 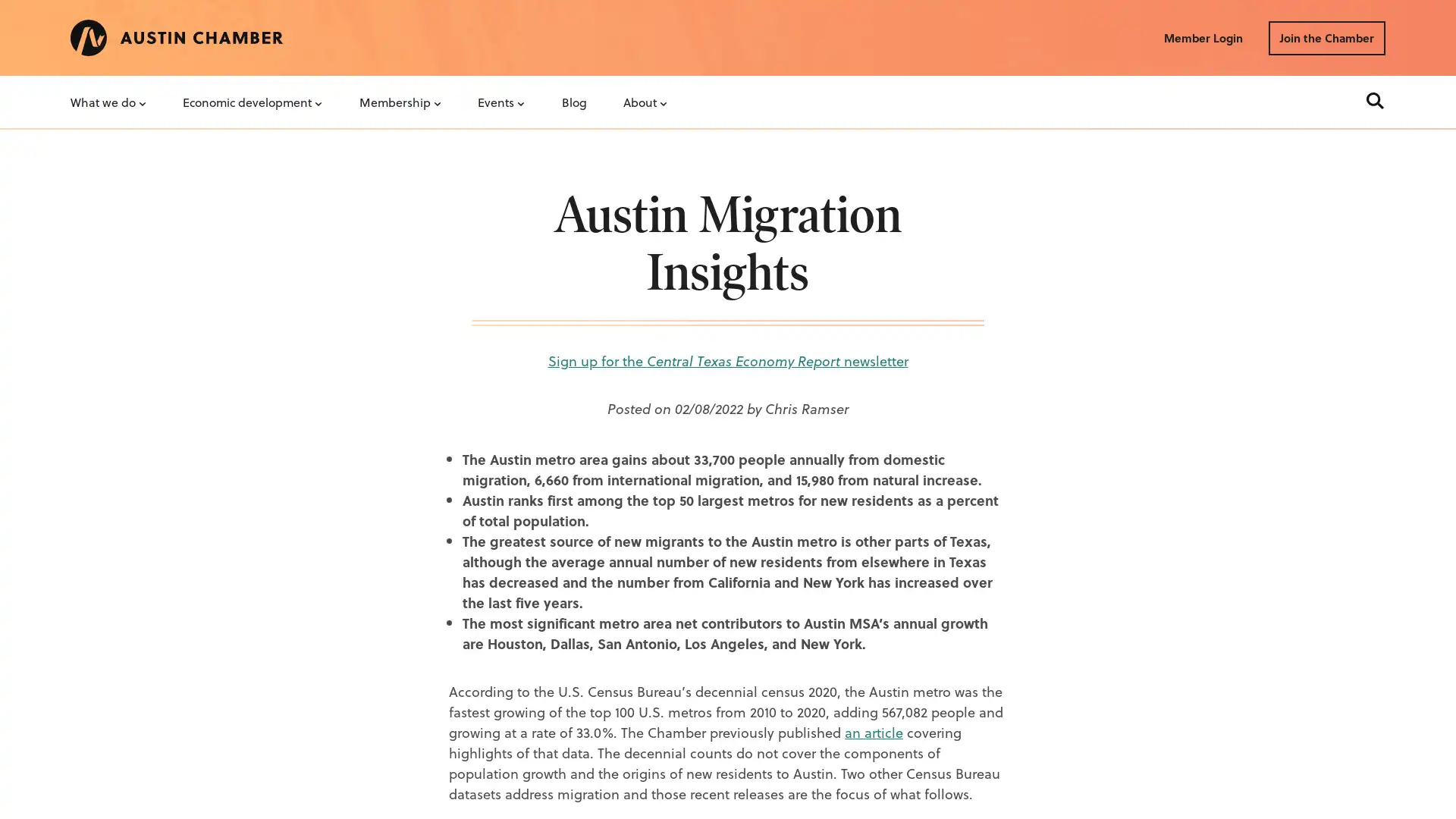 I want to click on Search, so click(x=1375, y=102).